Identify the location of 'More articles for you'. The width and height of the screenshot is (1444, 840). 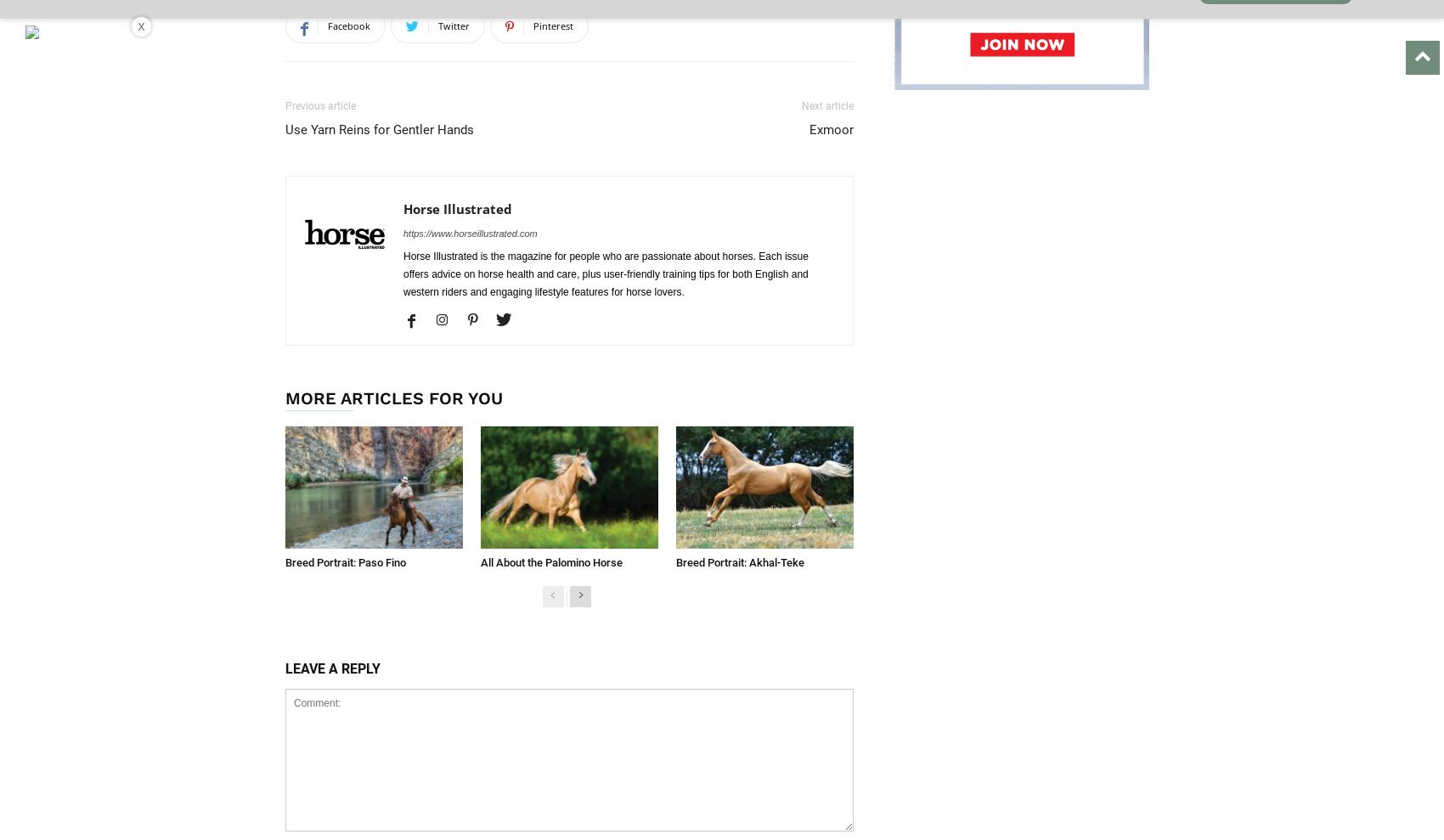
(393, 397).